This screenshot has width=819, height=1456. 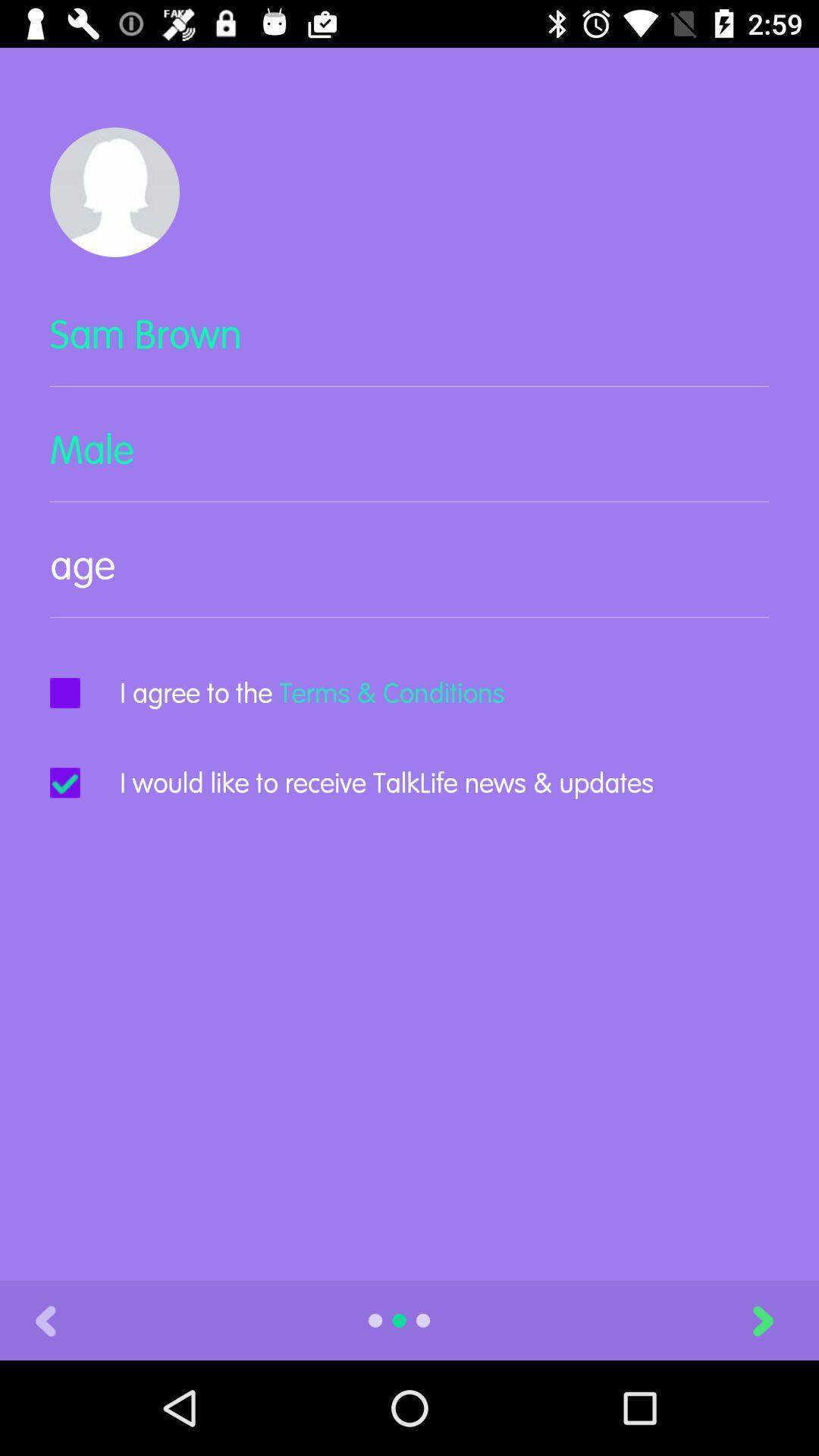 What do you see at coordinates (45, 1319) in the screenshot?
I see `item at the bottom left corner` at bounding box center [45, 1319].